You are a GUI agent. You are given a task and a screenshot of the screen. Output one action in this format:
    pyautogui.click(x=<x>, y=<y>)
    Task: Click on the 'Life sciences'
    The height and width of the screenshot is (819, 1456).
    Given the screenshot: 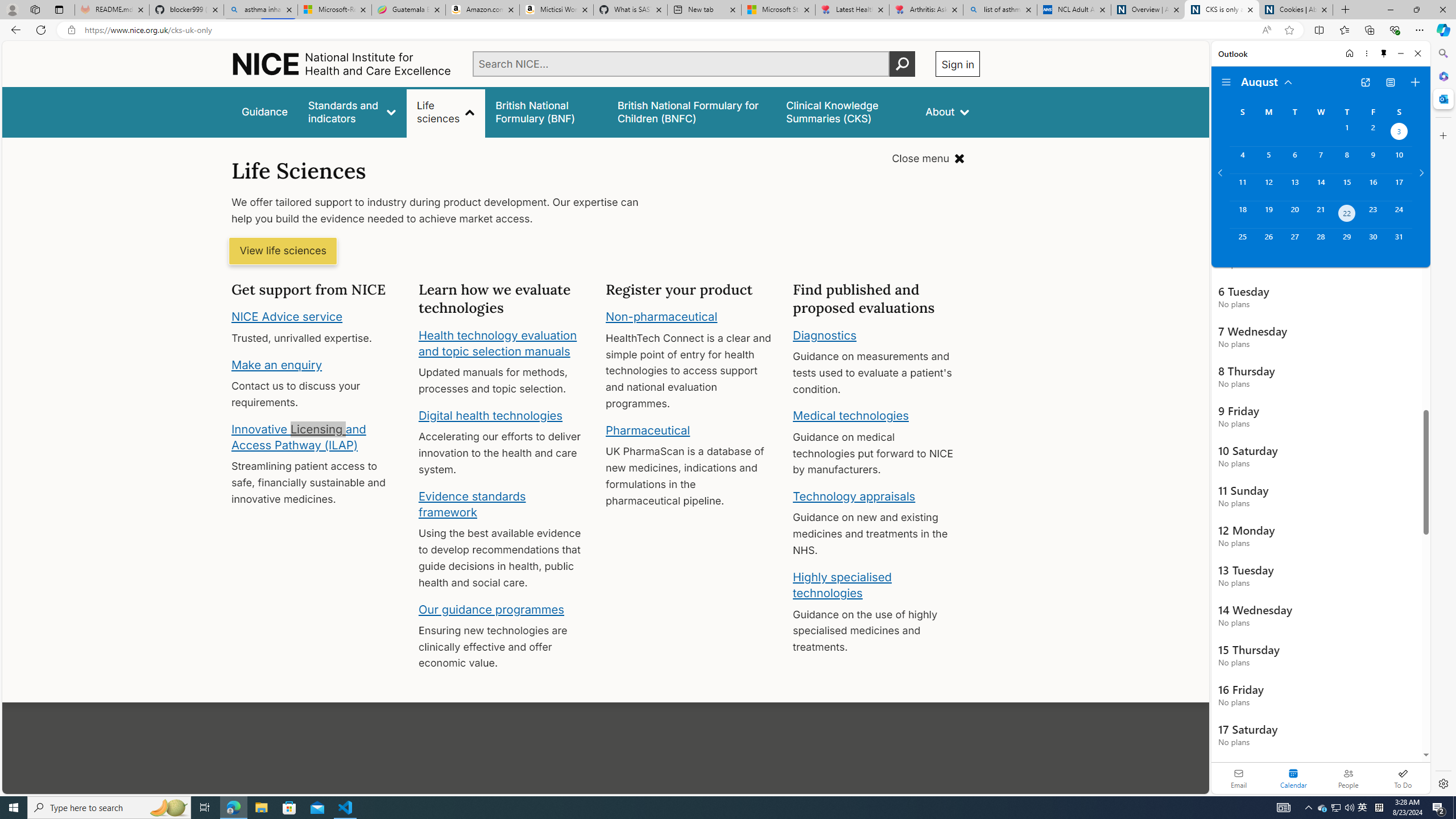 What is the action you would take?
    pyautogui.click(x=445, y=111)
    